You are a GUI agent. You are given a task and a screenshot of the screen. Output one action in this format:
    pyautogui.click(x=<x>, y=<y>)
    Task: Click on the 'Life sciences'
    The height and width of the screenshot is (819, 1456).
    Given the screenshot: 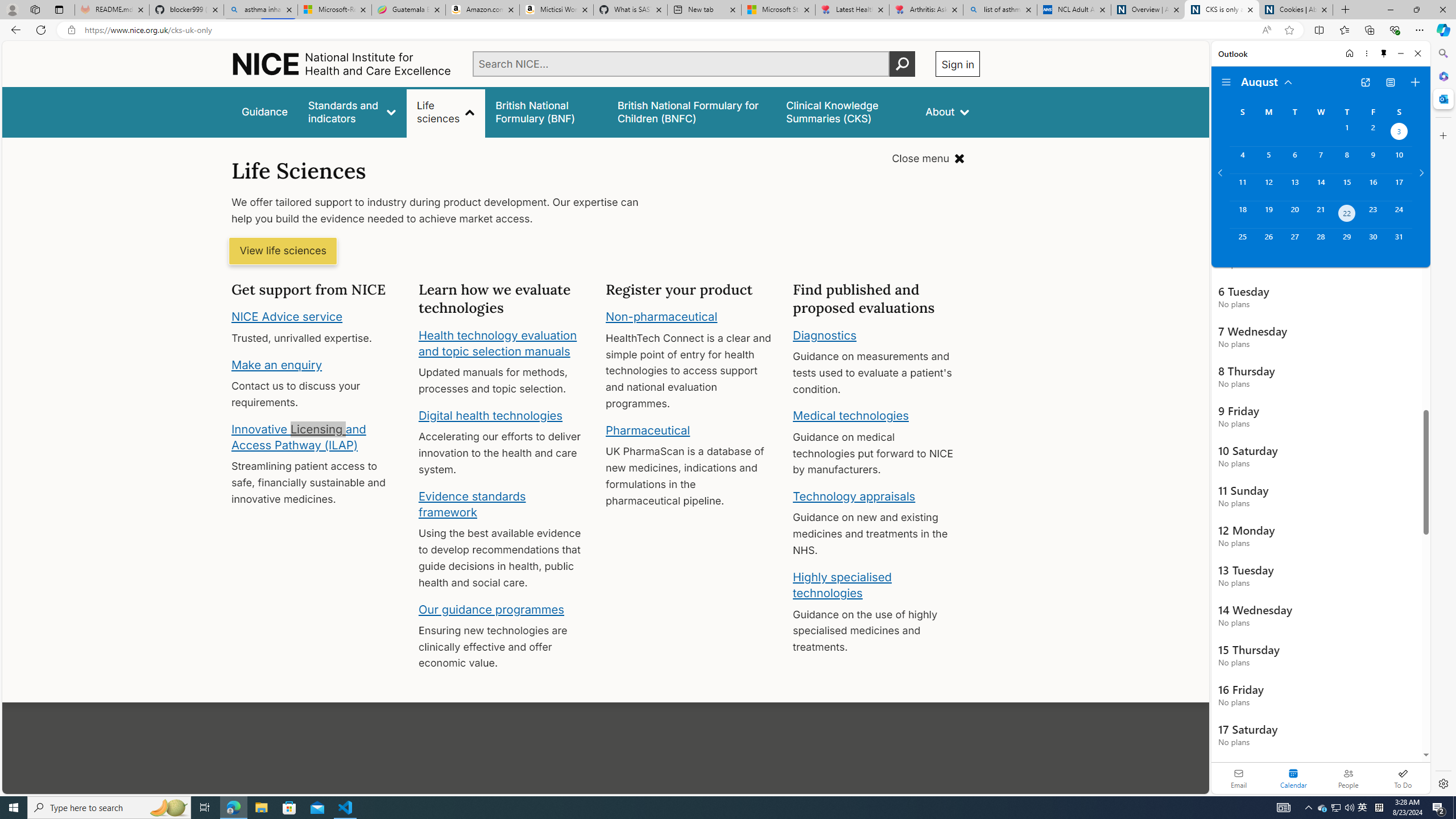 What is the action you would take?
    pyautogui.click(x=445, y=111)
    